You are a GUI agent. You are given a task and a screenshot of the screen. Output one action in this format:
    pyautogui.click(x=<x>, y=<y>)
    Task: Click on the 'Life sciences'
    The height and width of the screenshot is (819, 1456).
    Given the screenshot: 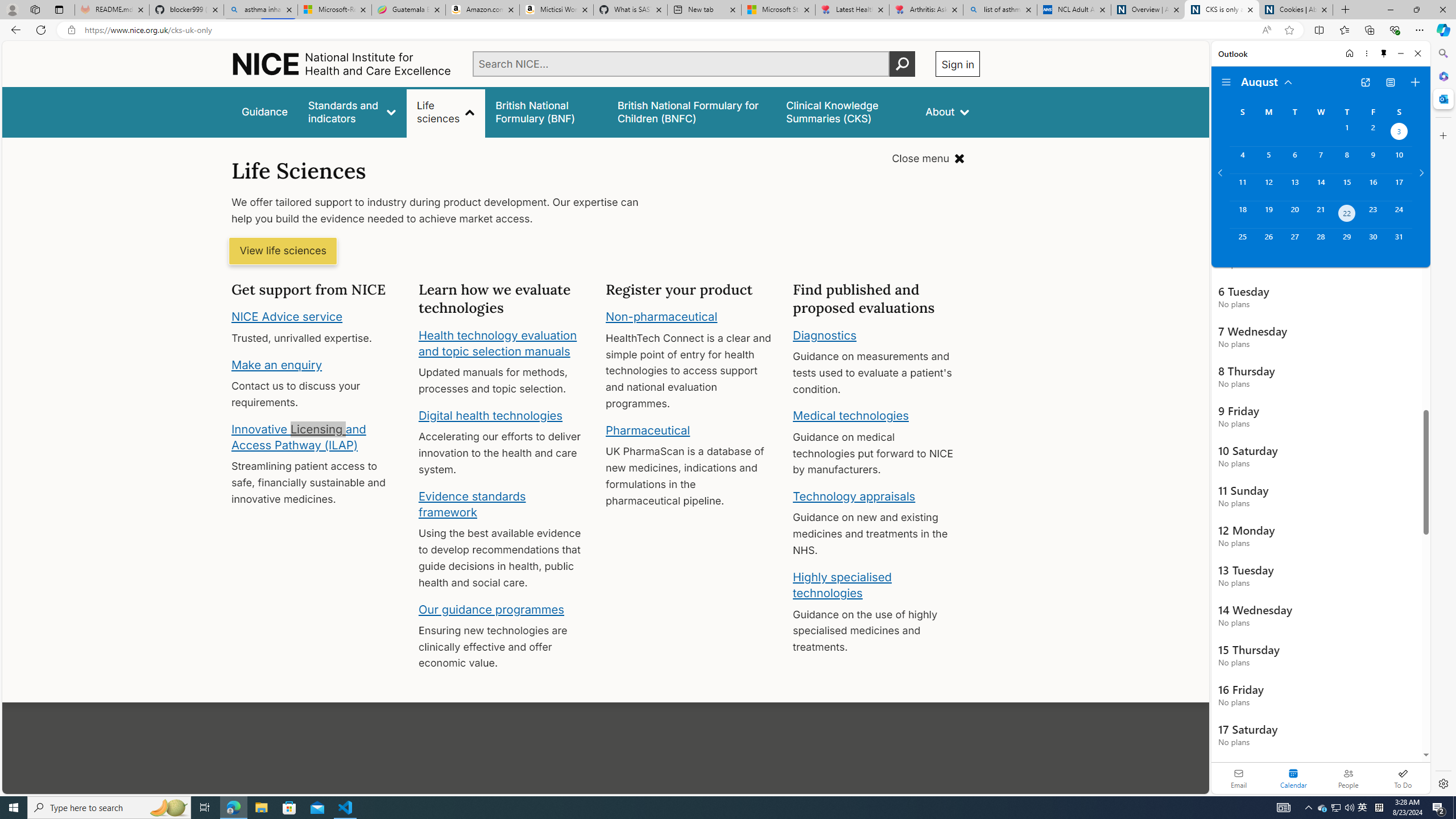 What is the action you would take?
    pyautogui.click(x=445, y=111)
    